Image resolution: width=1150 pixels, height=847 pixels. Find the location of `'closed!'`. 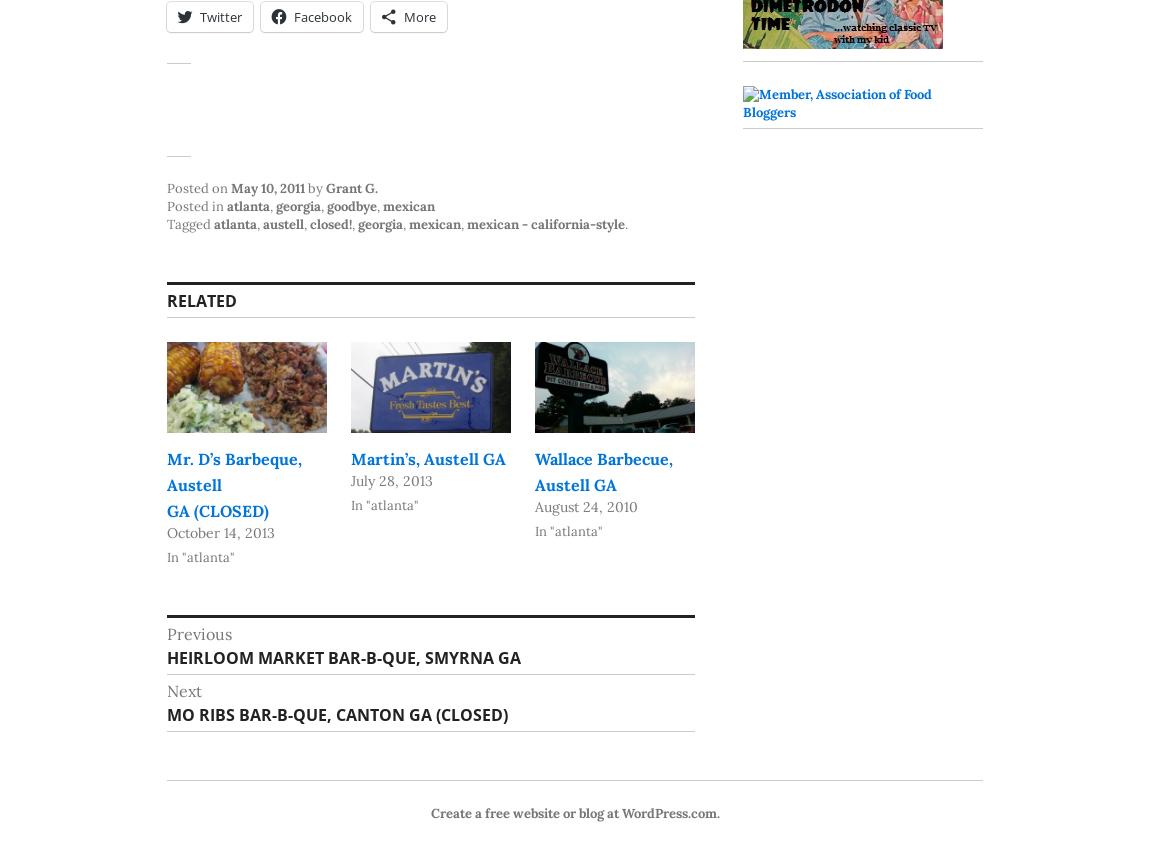

'closed!' is located at coordinates (330, 223).